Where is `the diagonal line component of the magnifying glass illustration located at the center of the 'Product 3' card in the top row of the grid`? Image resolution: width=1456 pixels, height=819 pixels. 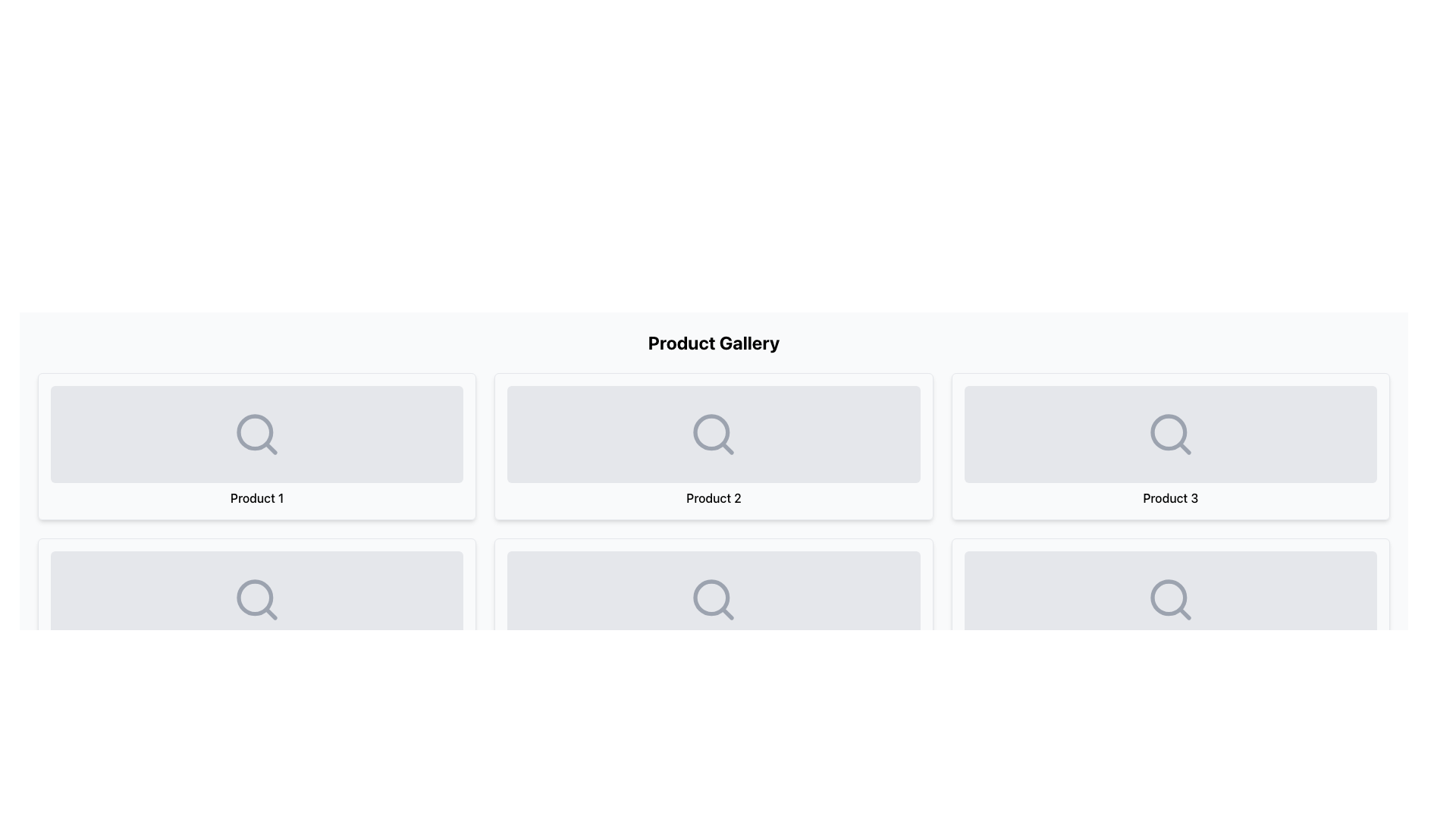 the diagonal line component of the magnifying glass illustration located at the center of the 'Product 3' card in the top row of the grid is located at coordinates (1184, 447).